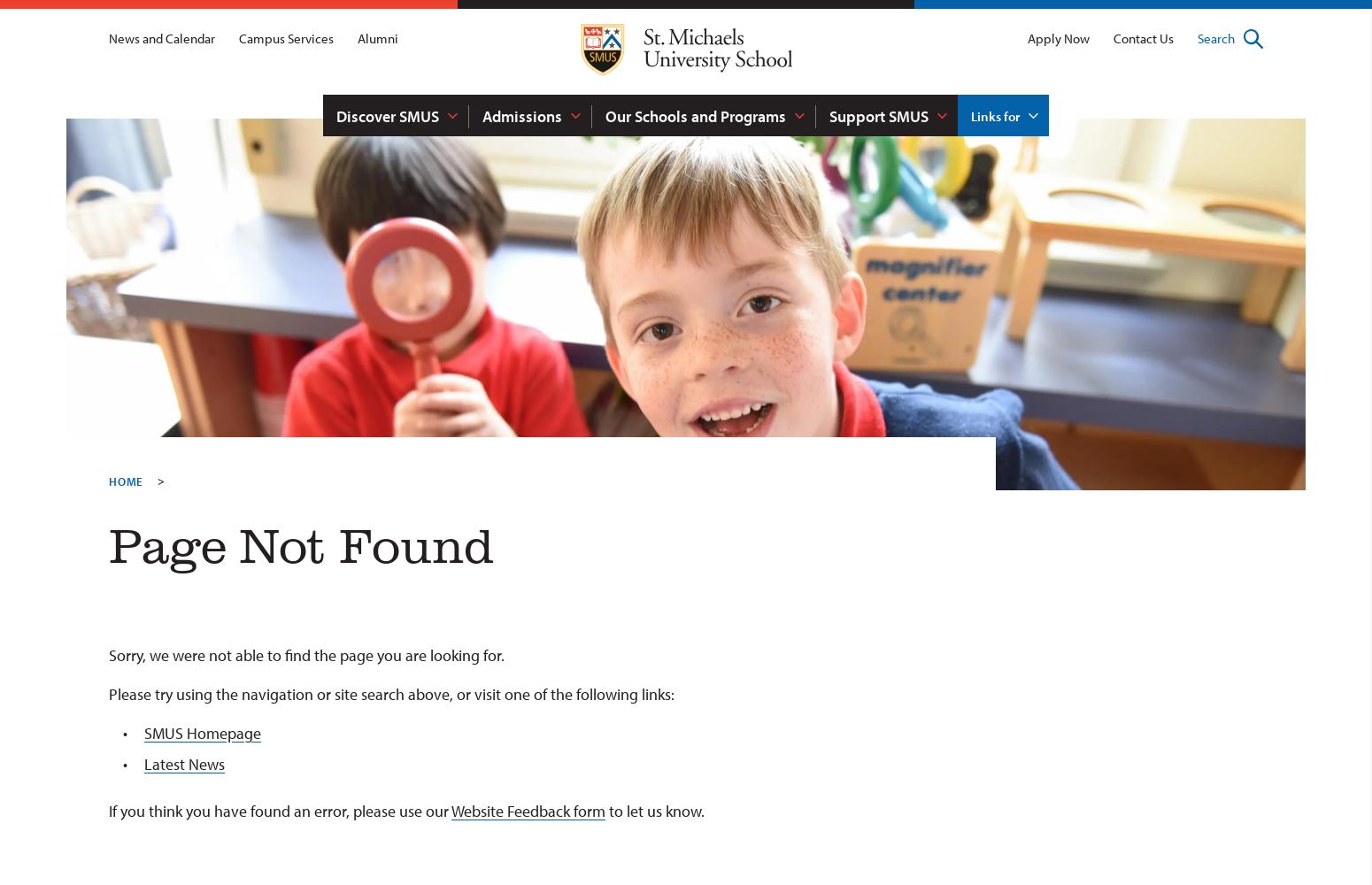 The height and width of the screenshot is (885, 1372). What do you see at coordinates (182, 762) in the screenshot?
I see `'Latest News'` at bounding box center [182, 762].